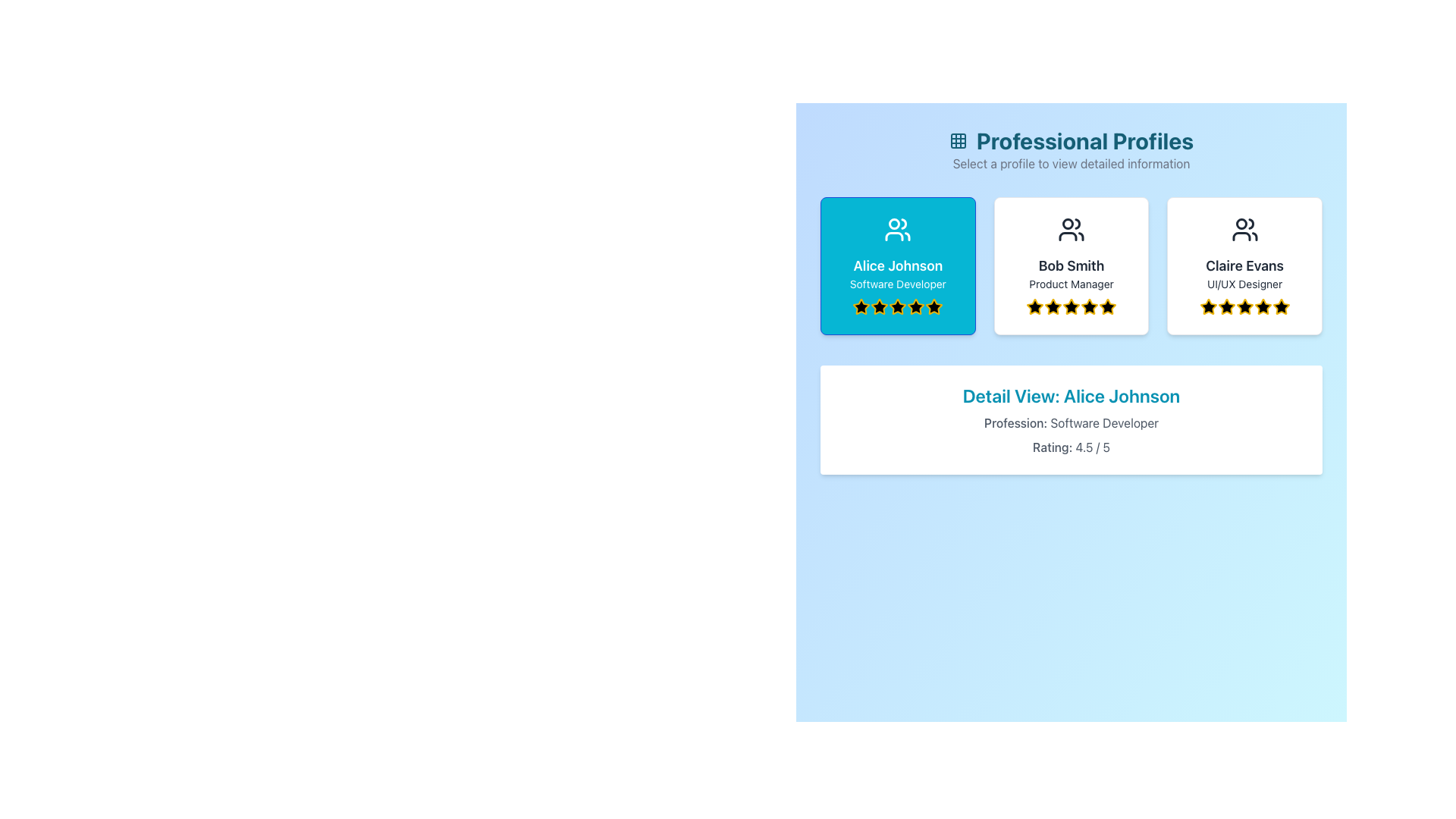  Describe the element at coordinates (1070, 230) in the screenshot. I see `the icon representing two stylized human figures, which is centrally placed in the middle card above the text 'Bob Smith' and 'Product Manager'` at that location.